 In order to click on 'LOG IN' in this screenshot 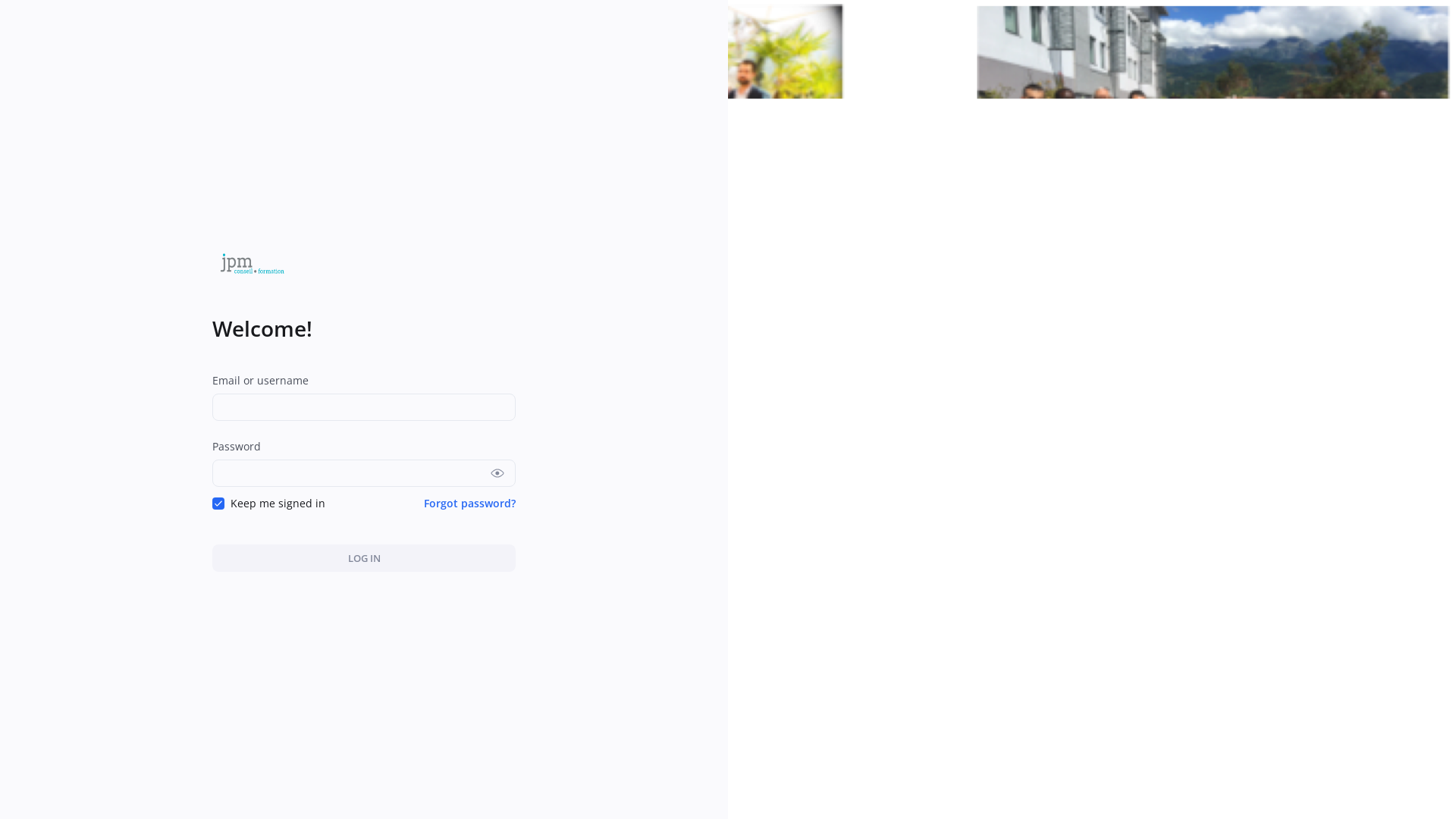, I will do `click(364, 539)`.